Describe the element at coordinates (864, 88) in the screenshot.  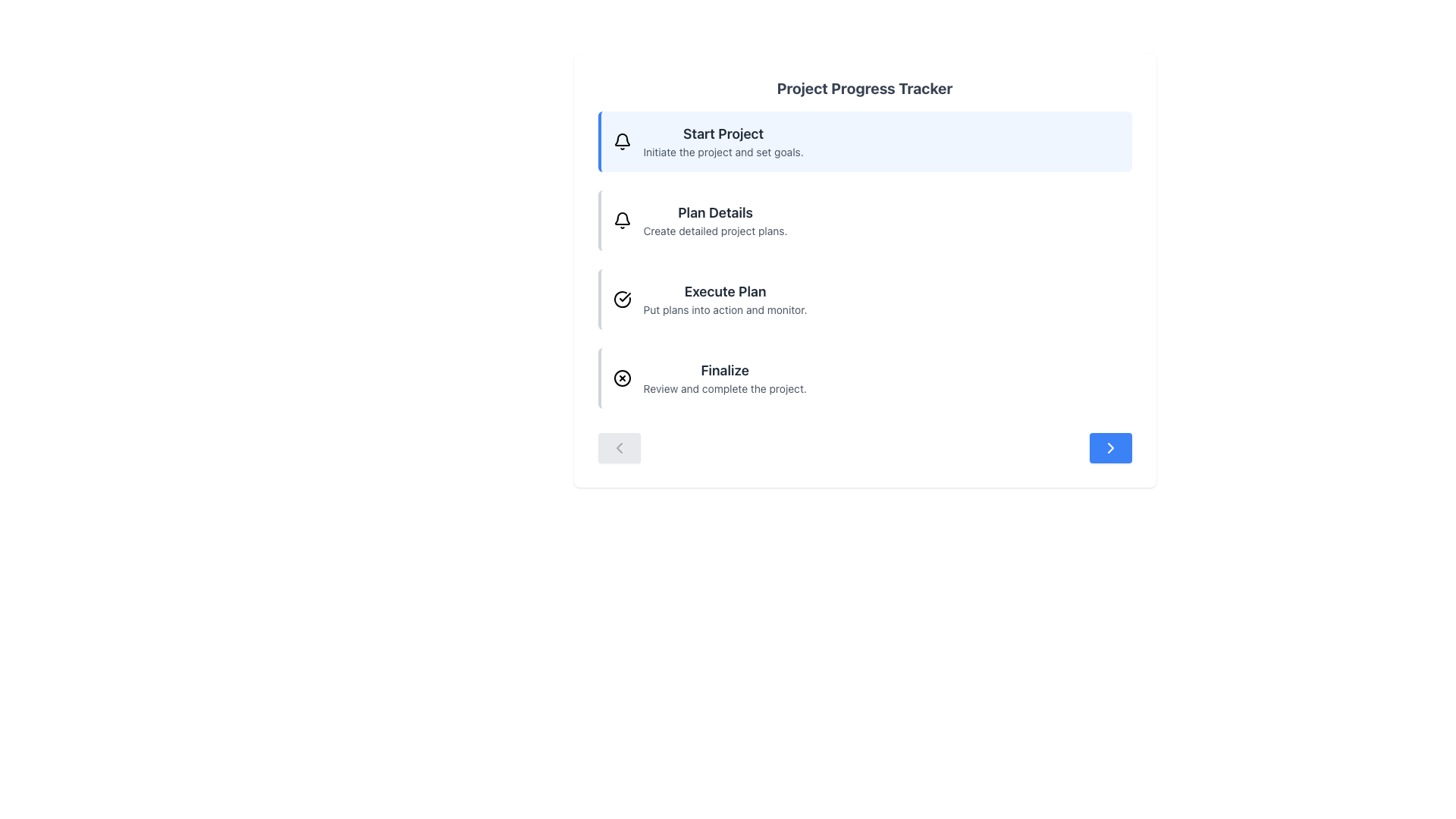
I see `the main heading text element at the top of the card interface, which describes the content or purpose of the card` at that location.